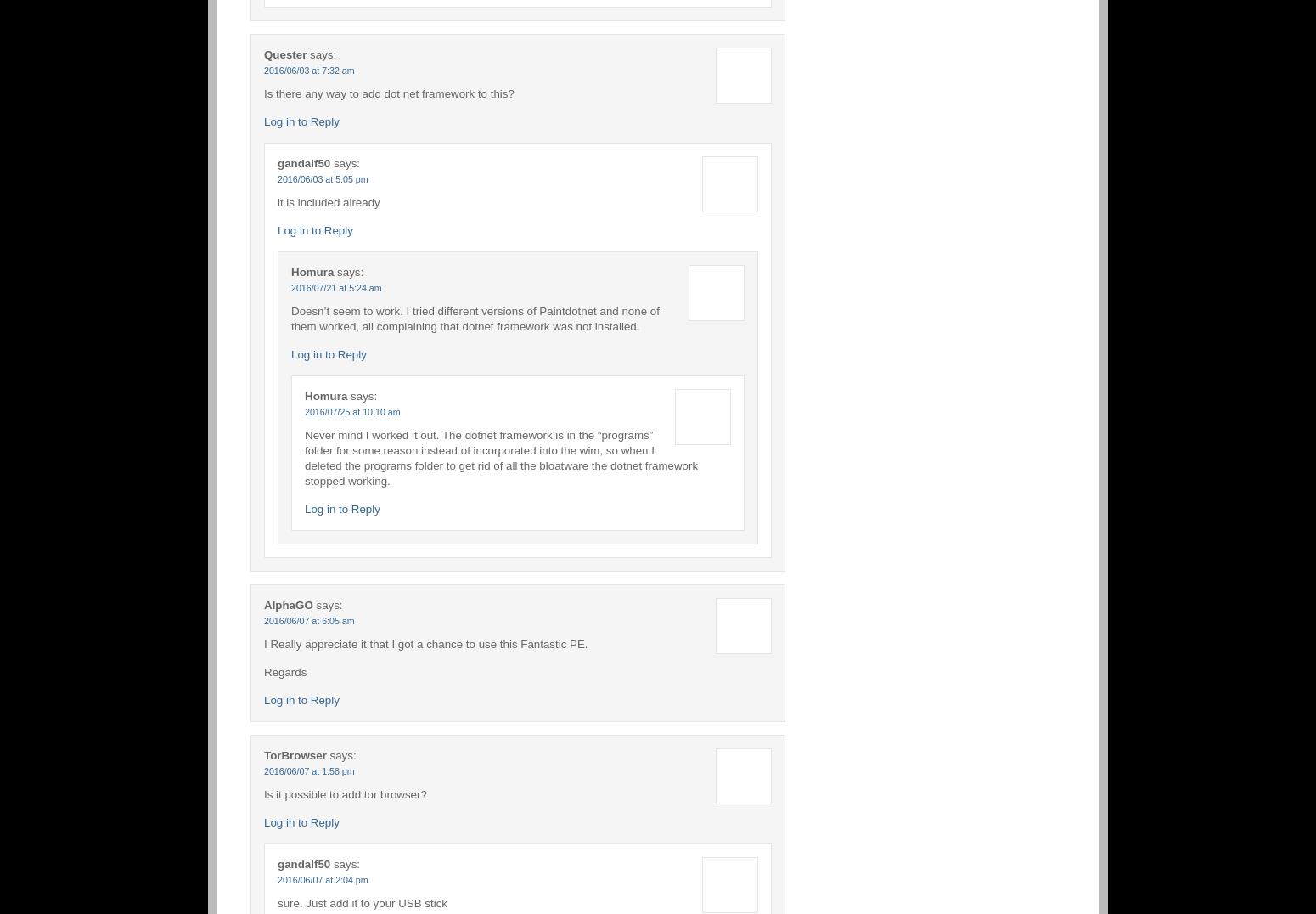  I want to click on '2016/06/03 at 5:05 pm', so click(322, 178).